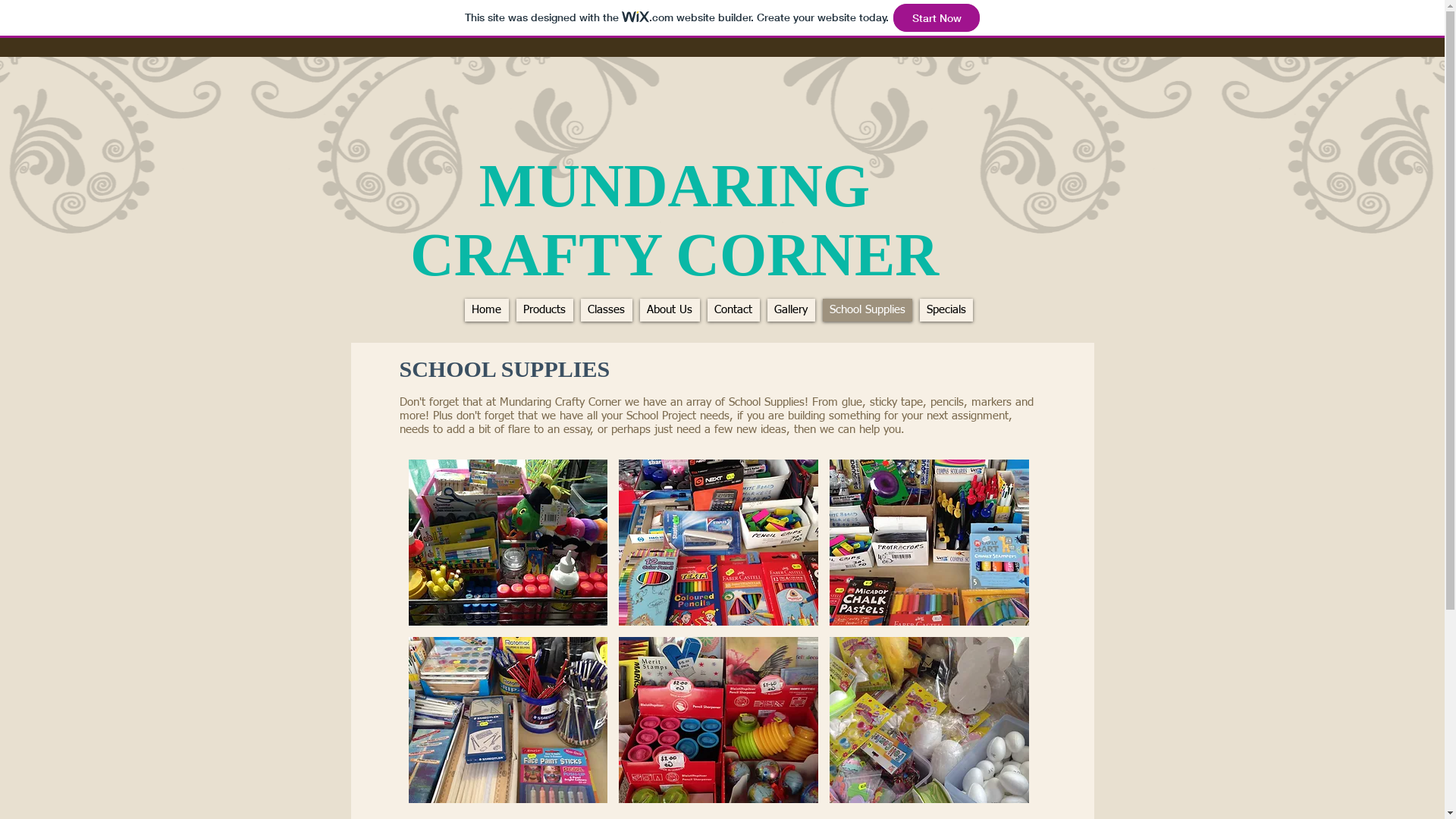  Describe the element at coordinates (733, 309) in the screenshot. I see `'Contact'` at that location.